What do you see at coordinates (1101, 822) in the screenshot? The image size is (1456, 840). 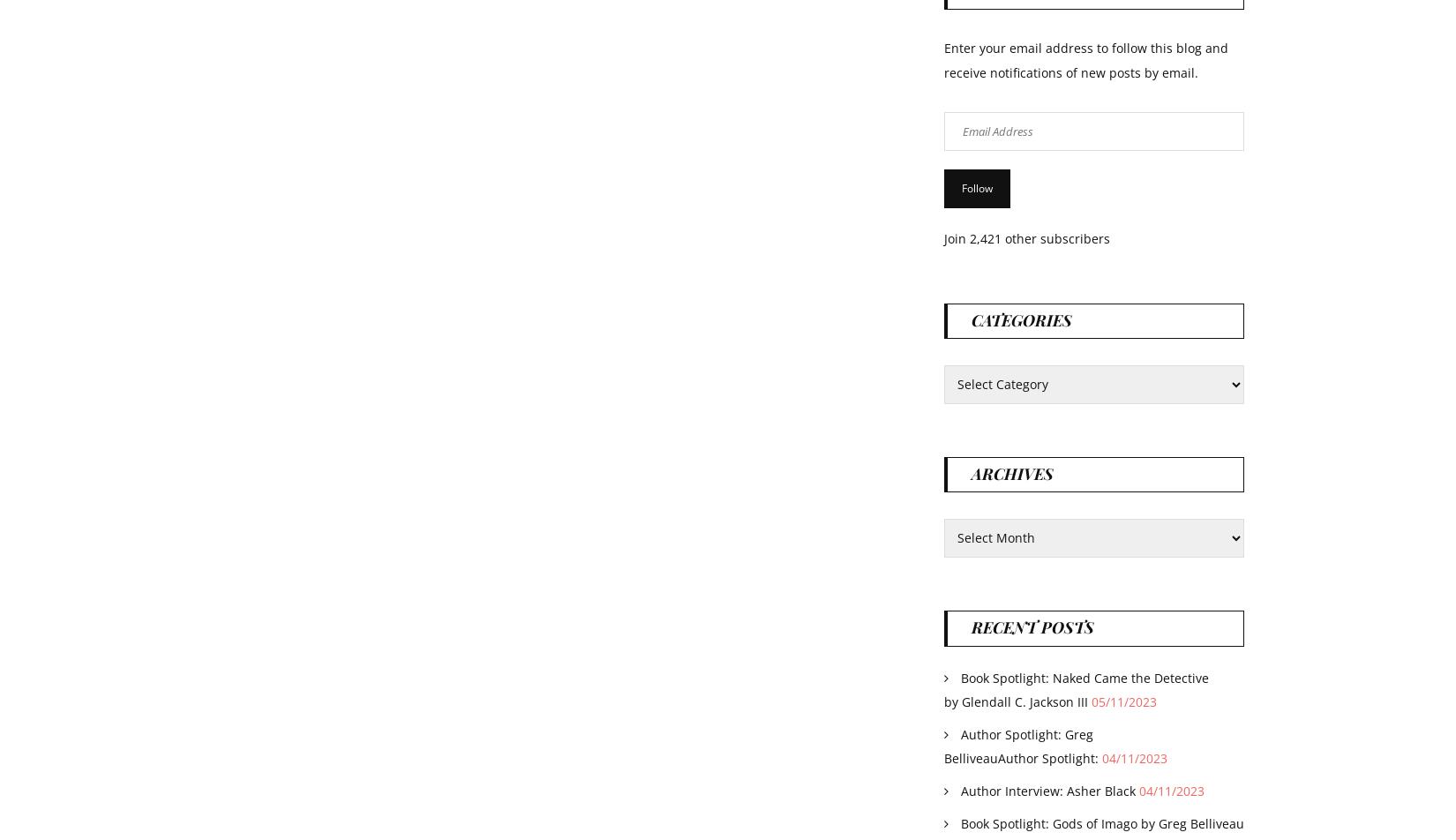 I see `'Book Spotlight: Gods of Imago by Greg Belliveau'` at bounding box center [1101, 822].